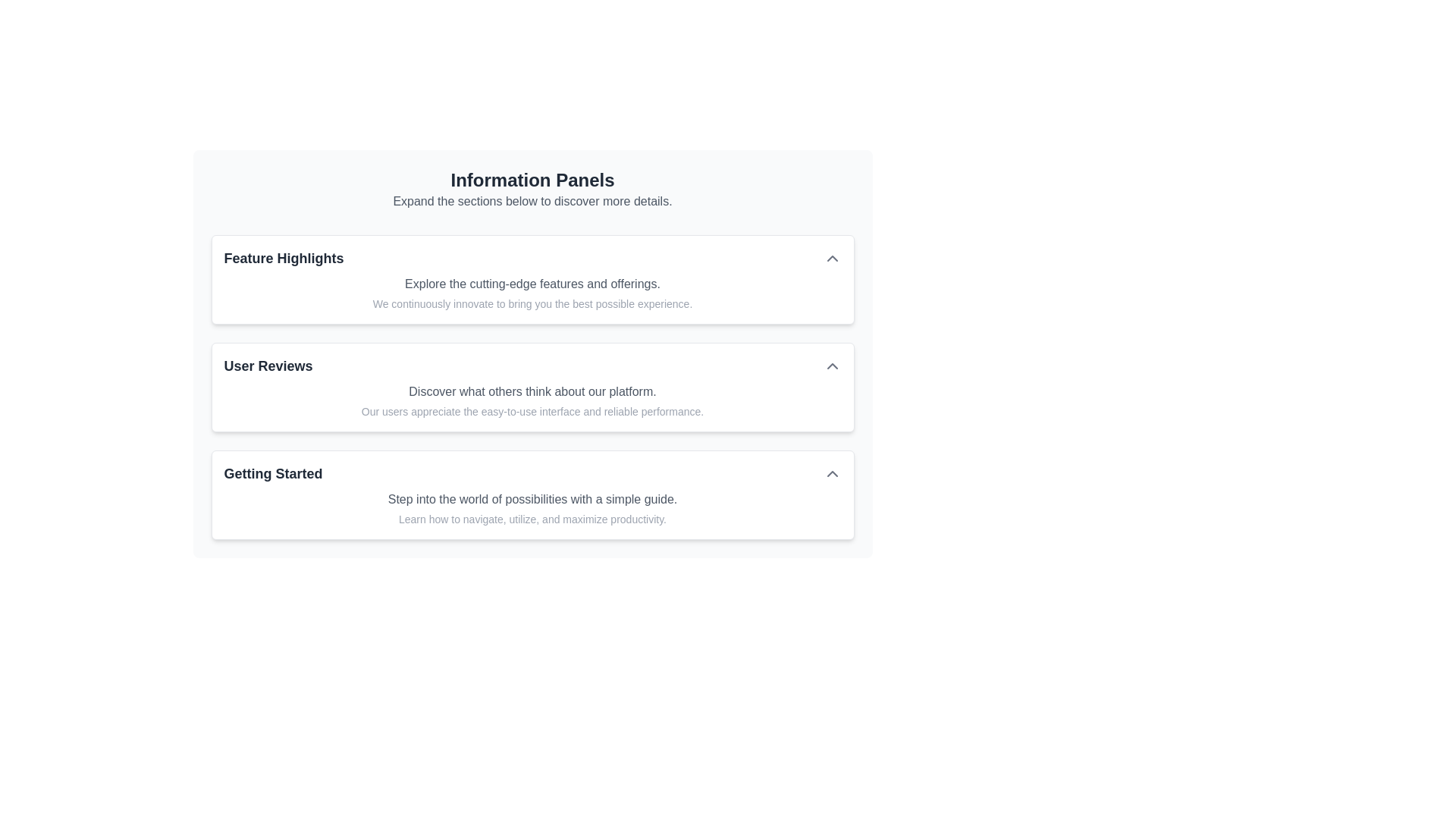 This screenshot has width=1456, height=819. What do you see at coordinates (532, 412) in the screenshot?
I see `the text block that contains the content 'Our users appreciate the easy-to-use interface and reliable performance.' which is located within the 'User Reviews' card` at bounding box center [532, 412].